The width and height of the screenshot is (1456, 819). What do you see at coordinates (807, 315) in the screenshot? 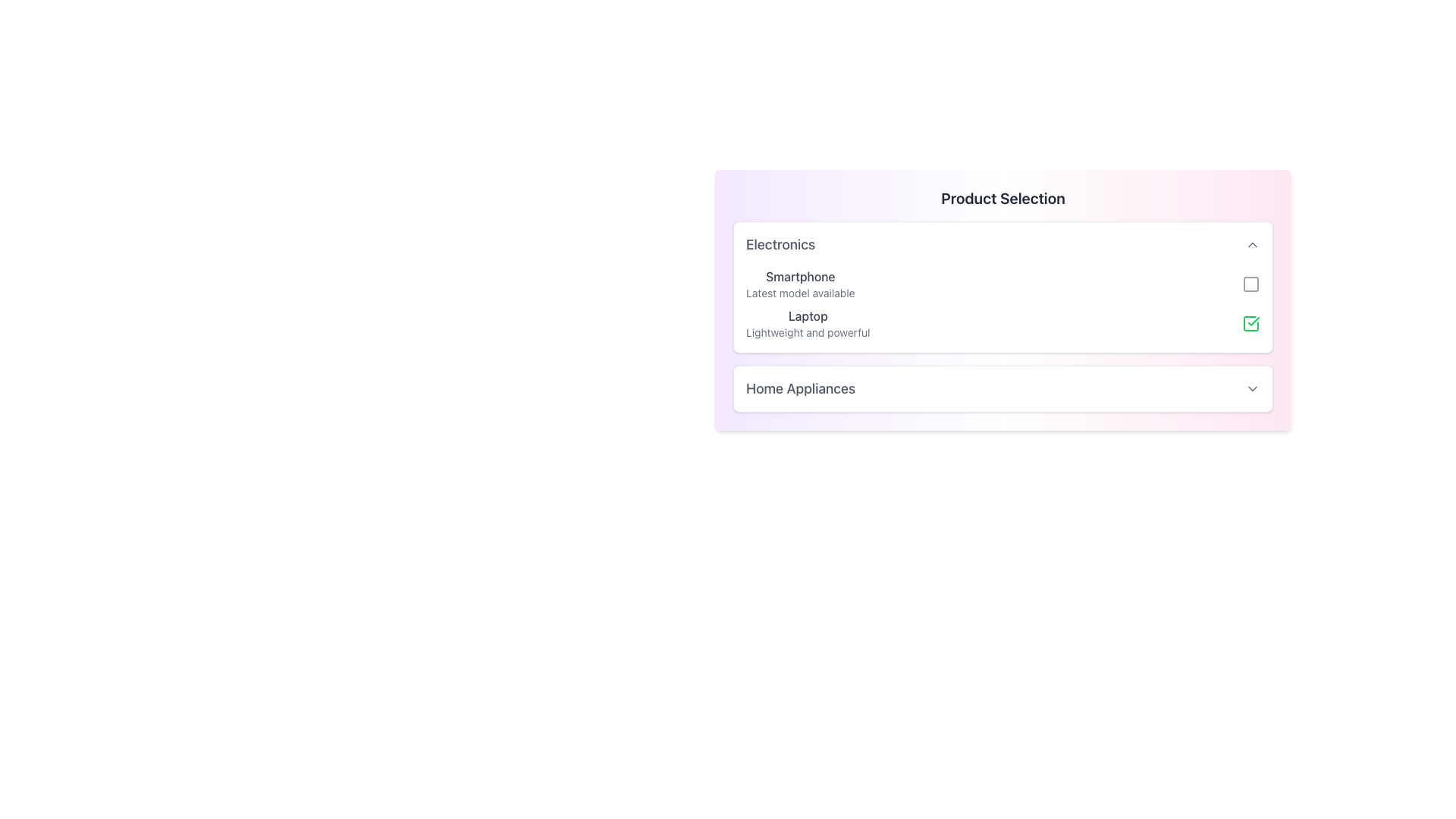
I see `the 'Laptop' text label, which serves as a visual identifier for the product category within the 'Electronics' section` at bounding box center [807, 315].